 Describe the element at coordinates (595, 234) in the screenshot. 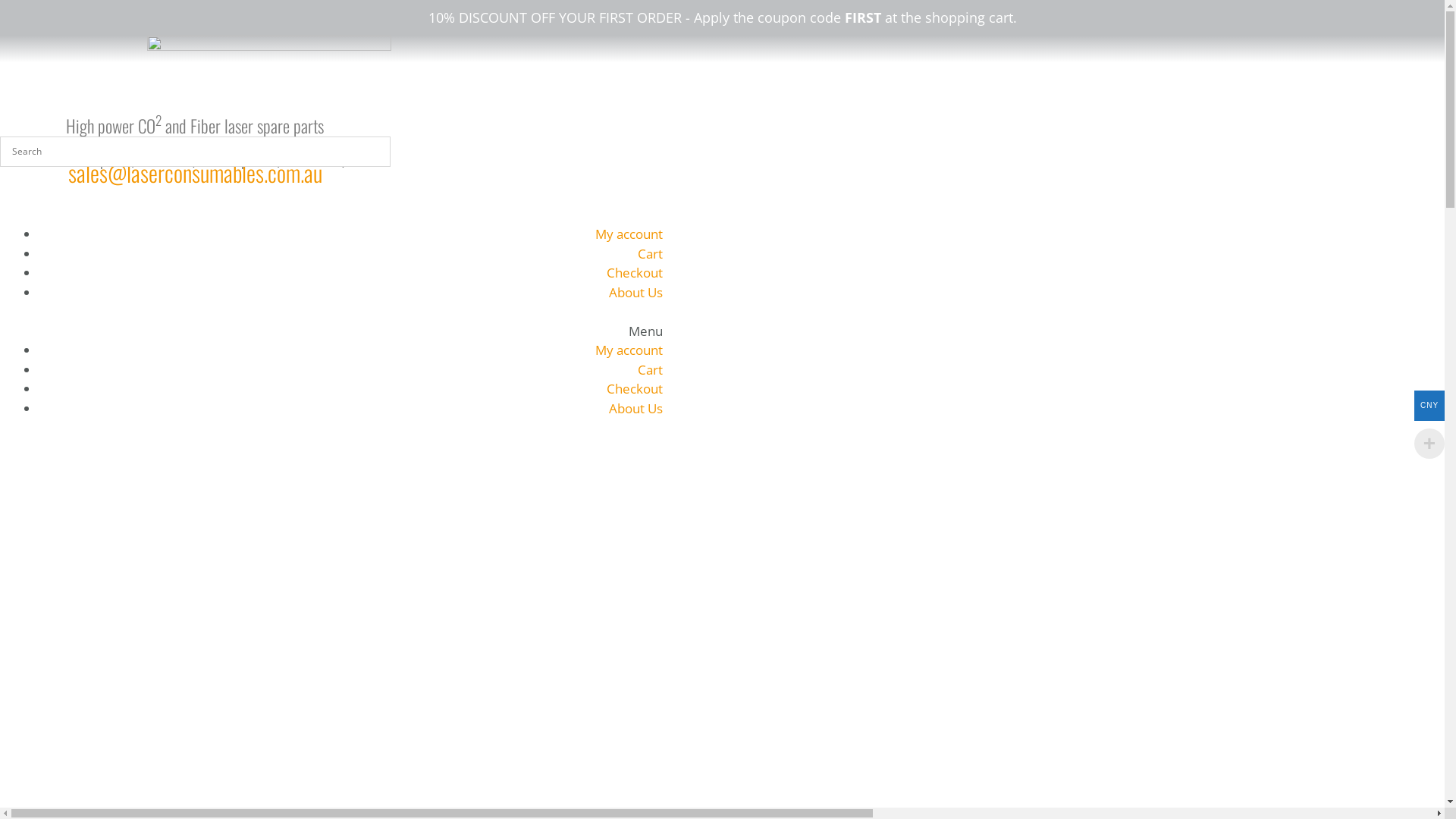

I see `'My account'` at that location.